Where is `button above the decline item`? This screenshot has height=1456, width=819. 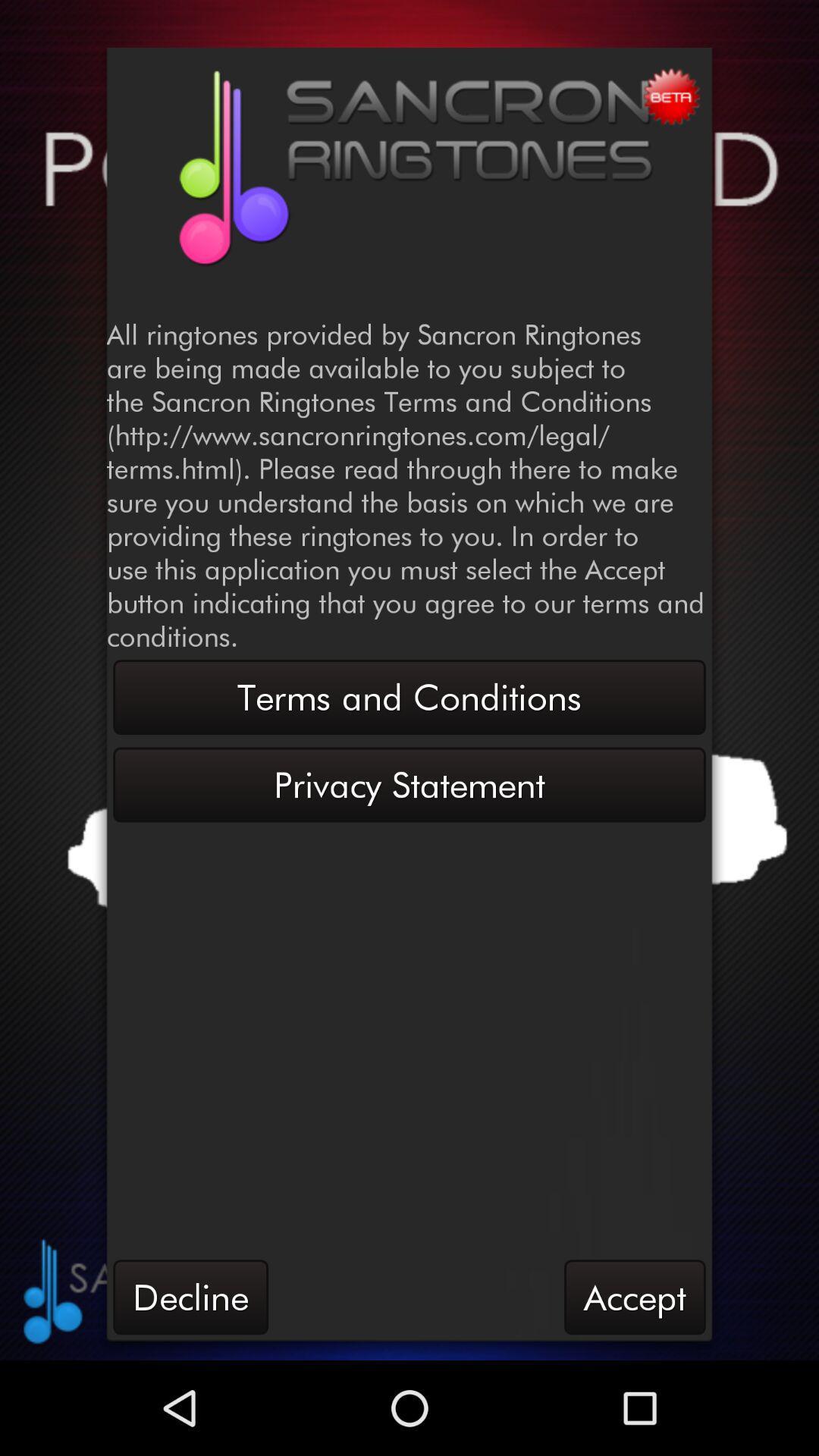
button above the decline item is located at coordinates (409, 785).